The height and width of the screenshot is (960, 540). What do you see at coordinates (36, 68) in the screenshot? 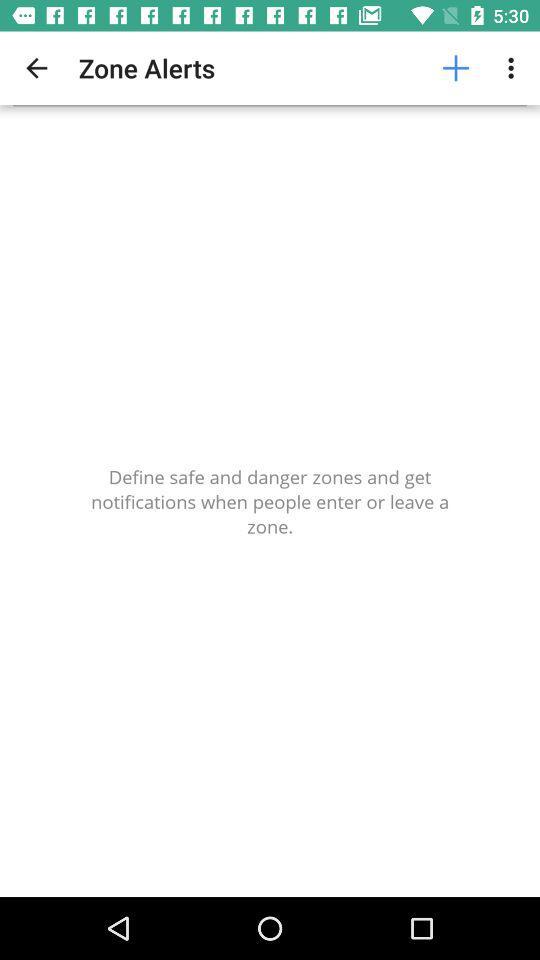
I see `app to the left of the zone alerts item` at bounding box center [36, 68].